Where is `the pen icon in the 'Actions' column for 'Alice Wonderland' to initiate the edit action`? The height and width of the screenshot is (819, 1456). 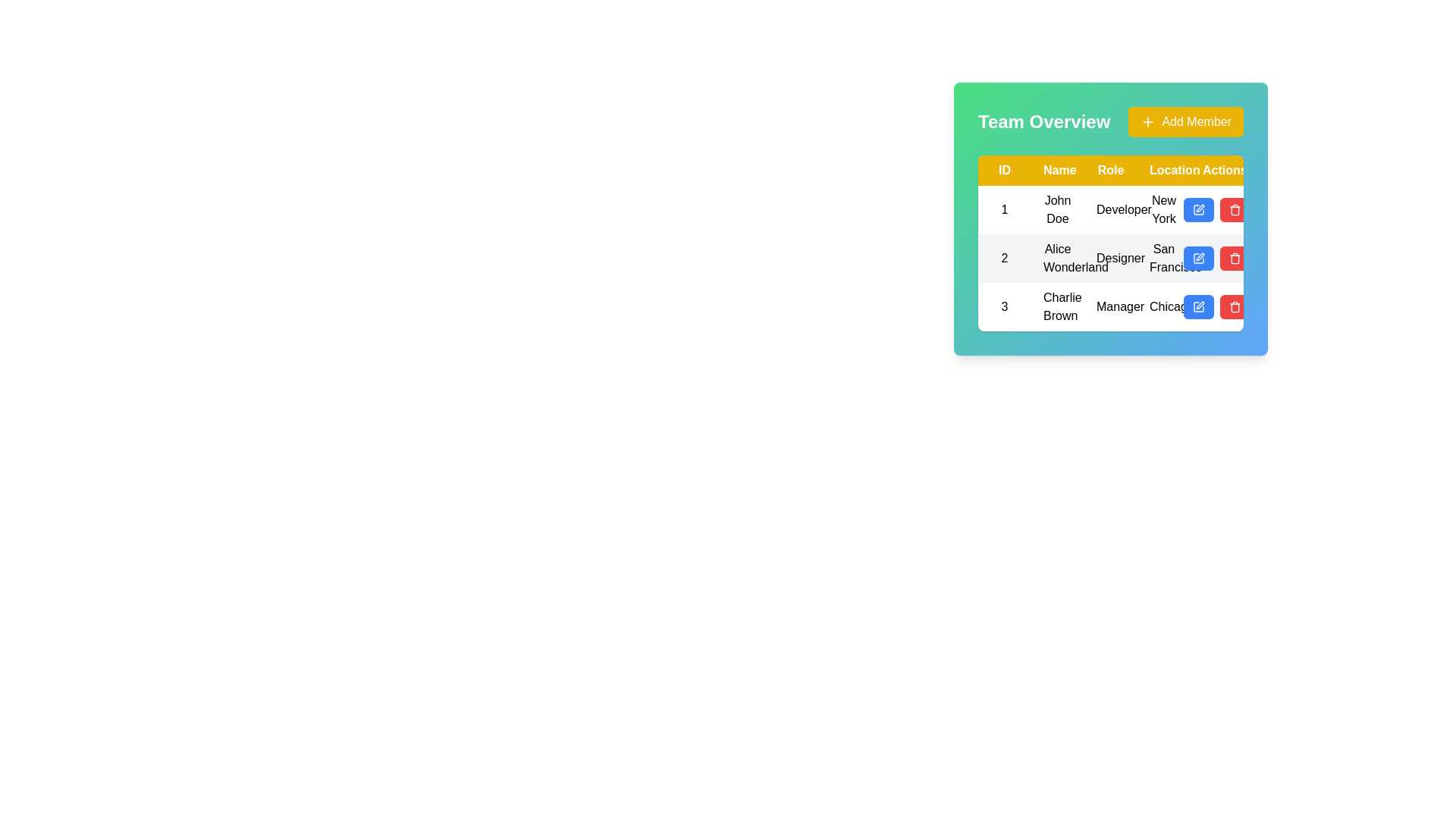 the pen icon in the 'Actions' column for 'Alice Wonderland' to initiate the edit action is located at coordinates (1200, 256).